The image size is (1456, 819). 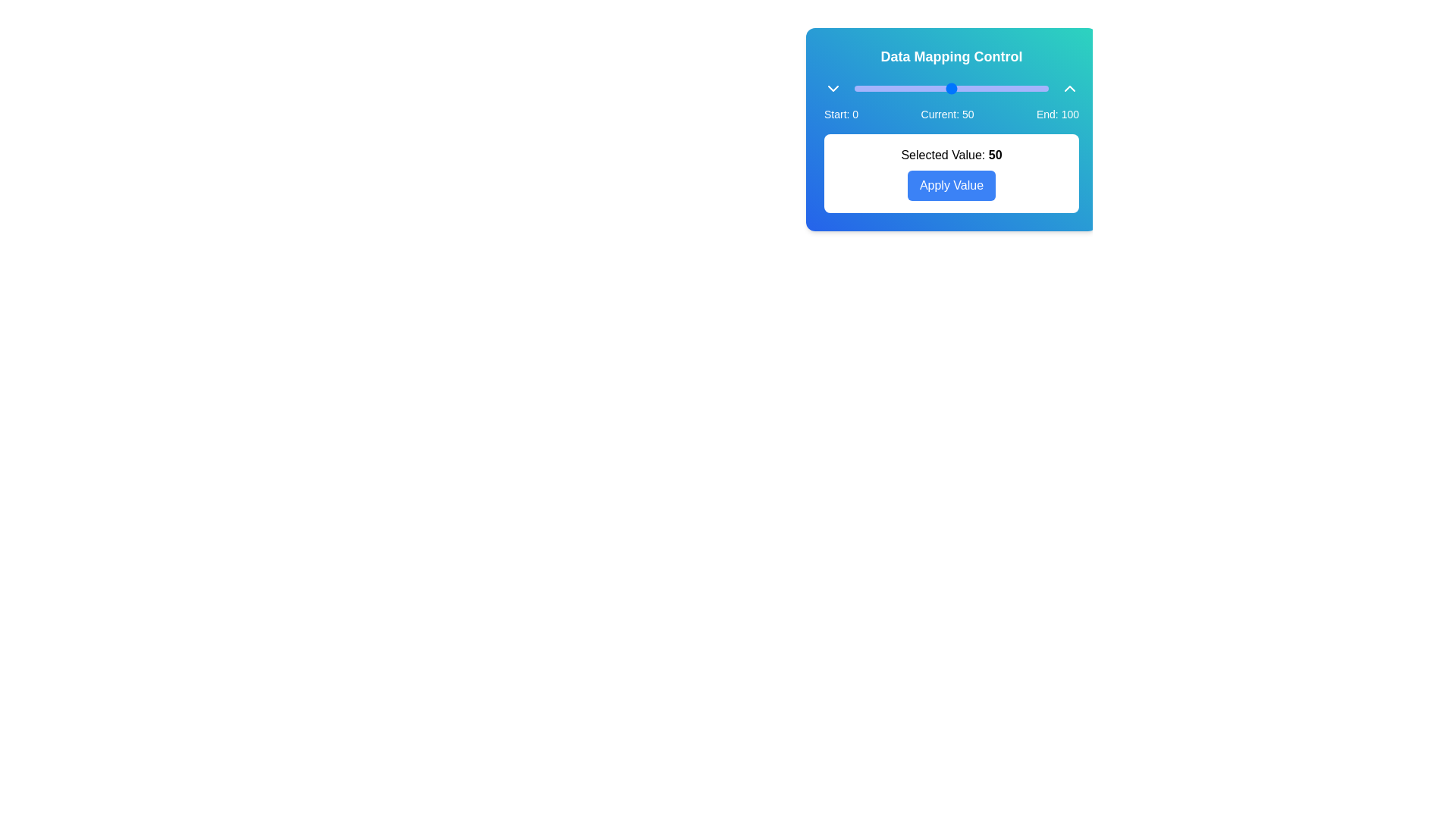 I want to click on the slider, so click(x=984, y=88).